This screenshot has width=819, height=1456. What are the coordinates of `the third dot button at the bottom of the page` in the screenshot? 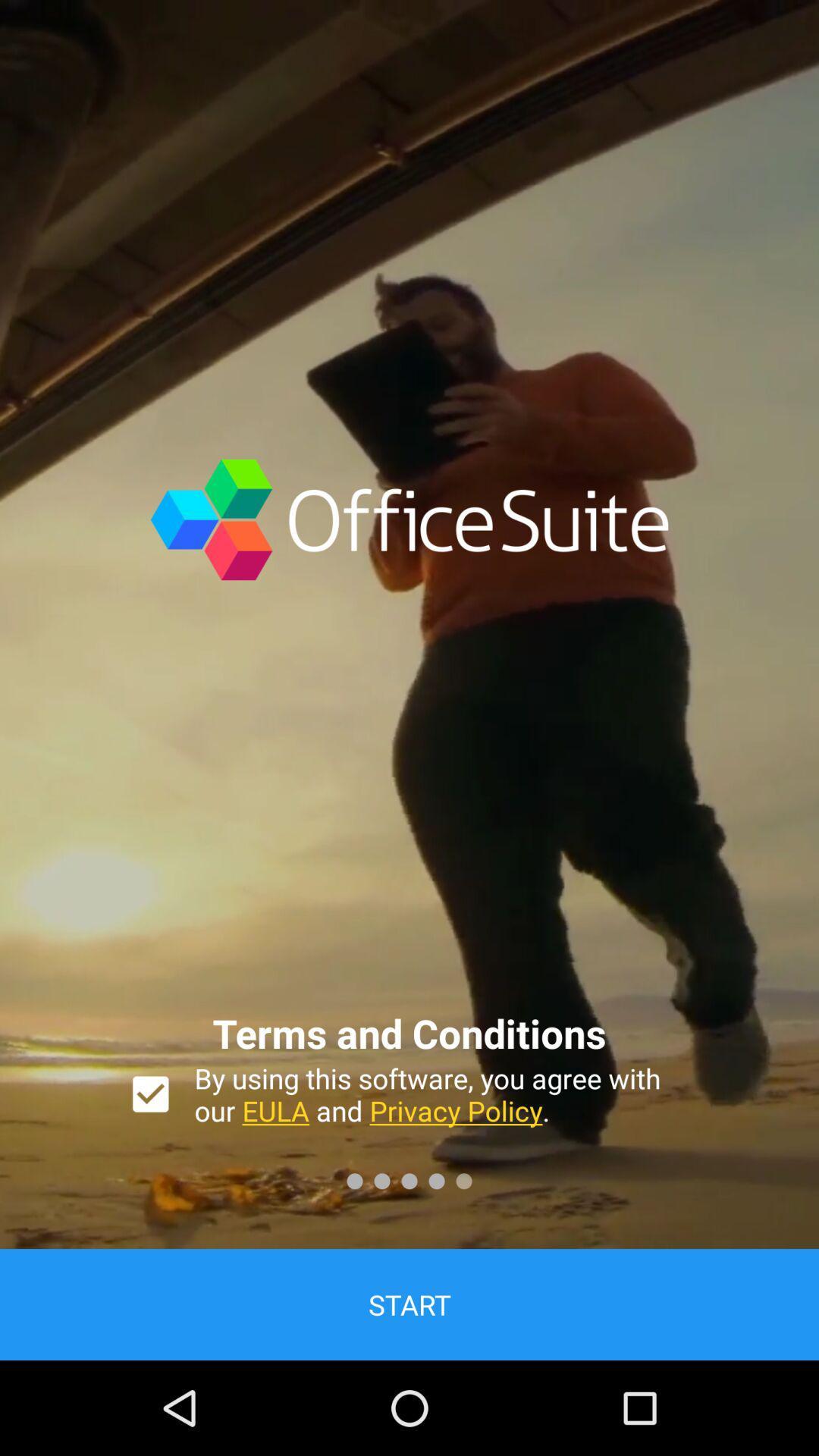 It's located at (409, 1180).